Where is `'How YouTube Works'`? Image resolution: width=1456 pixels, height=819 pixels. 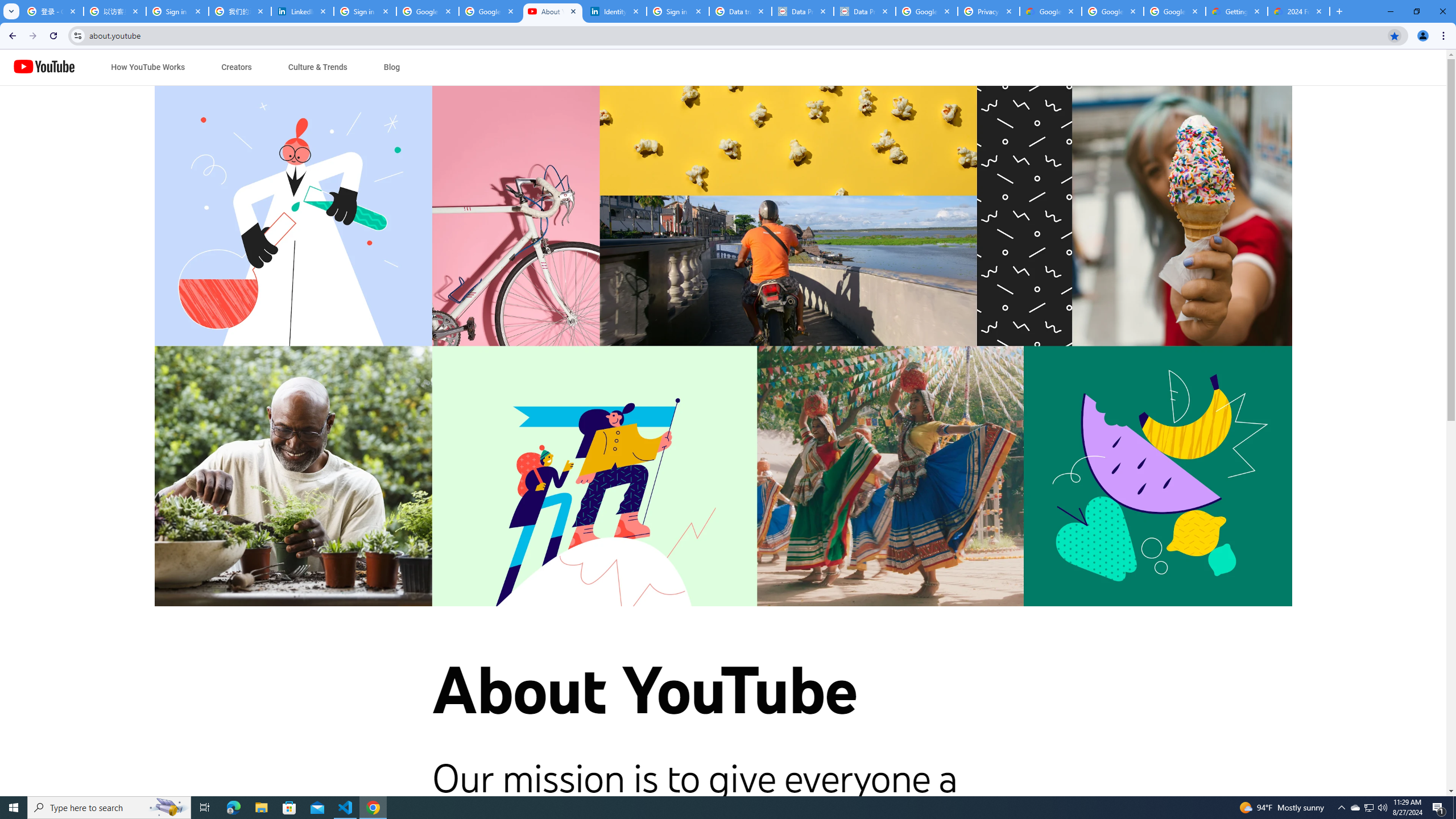 'How YouTube Works' is located at coordinates (147, 67).